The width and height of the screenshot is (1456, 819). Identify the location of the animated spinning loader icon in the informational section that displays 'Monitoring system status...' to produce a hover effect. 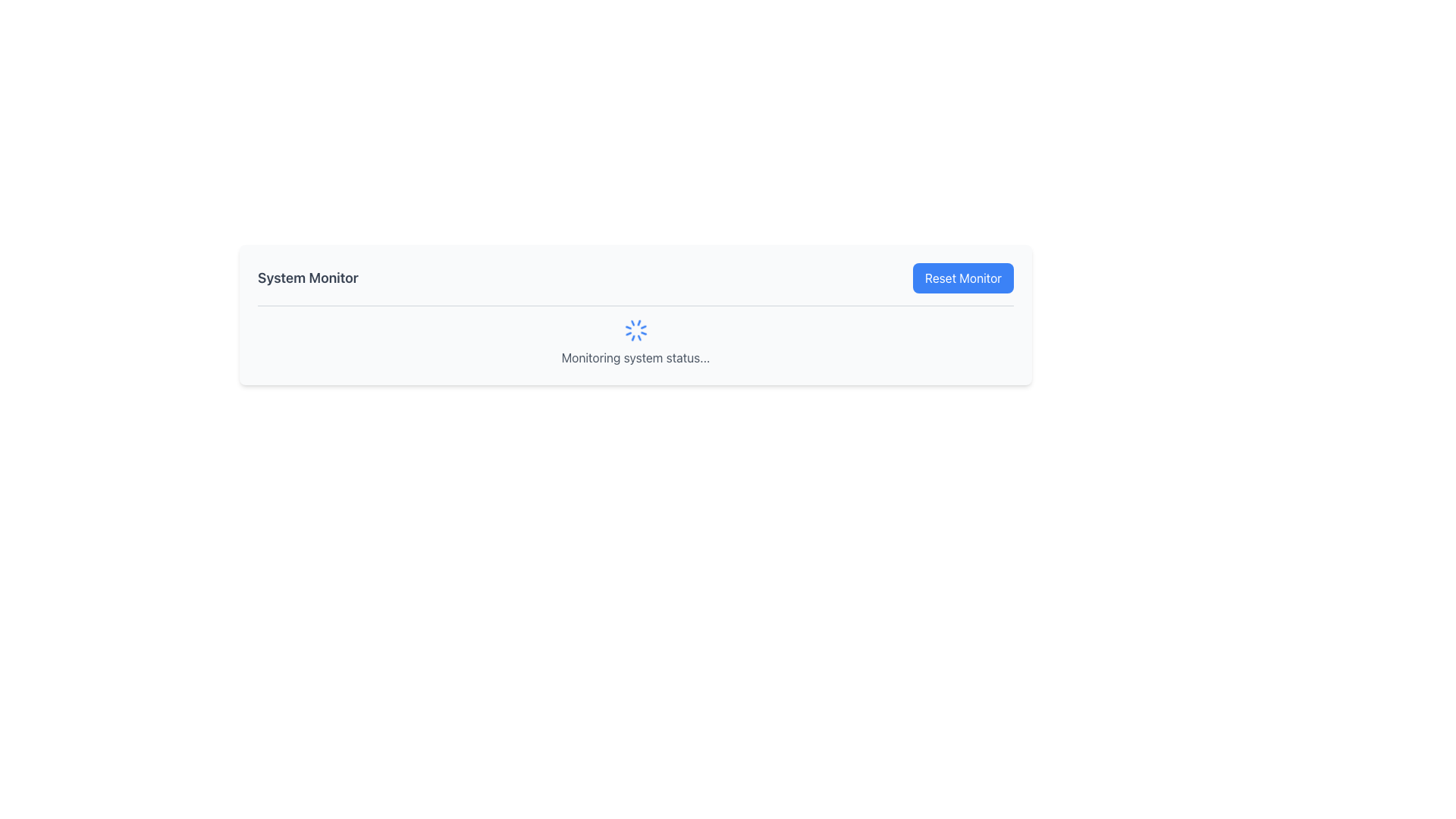
(635, 342).